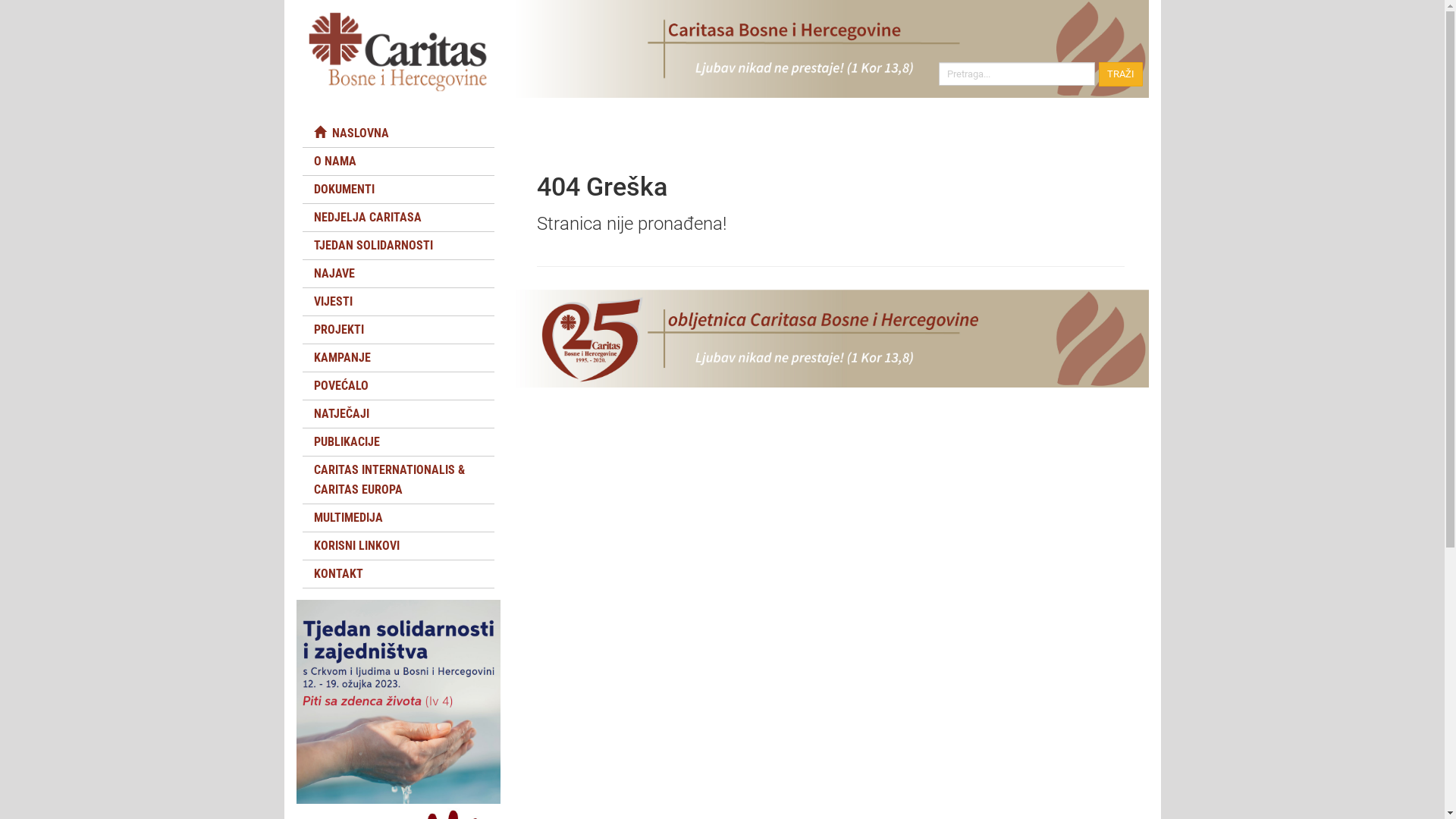 This screenshot has width=1456, height=819. What do you see at coordinates (397, 217) in the screenshot?
I see `'NEDJELJA CARITASA'` at bounding box center [397, 217].